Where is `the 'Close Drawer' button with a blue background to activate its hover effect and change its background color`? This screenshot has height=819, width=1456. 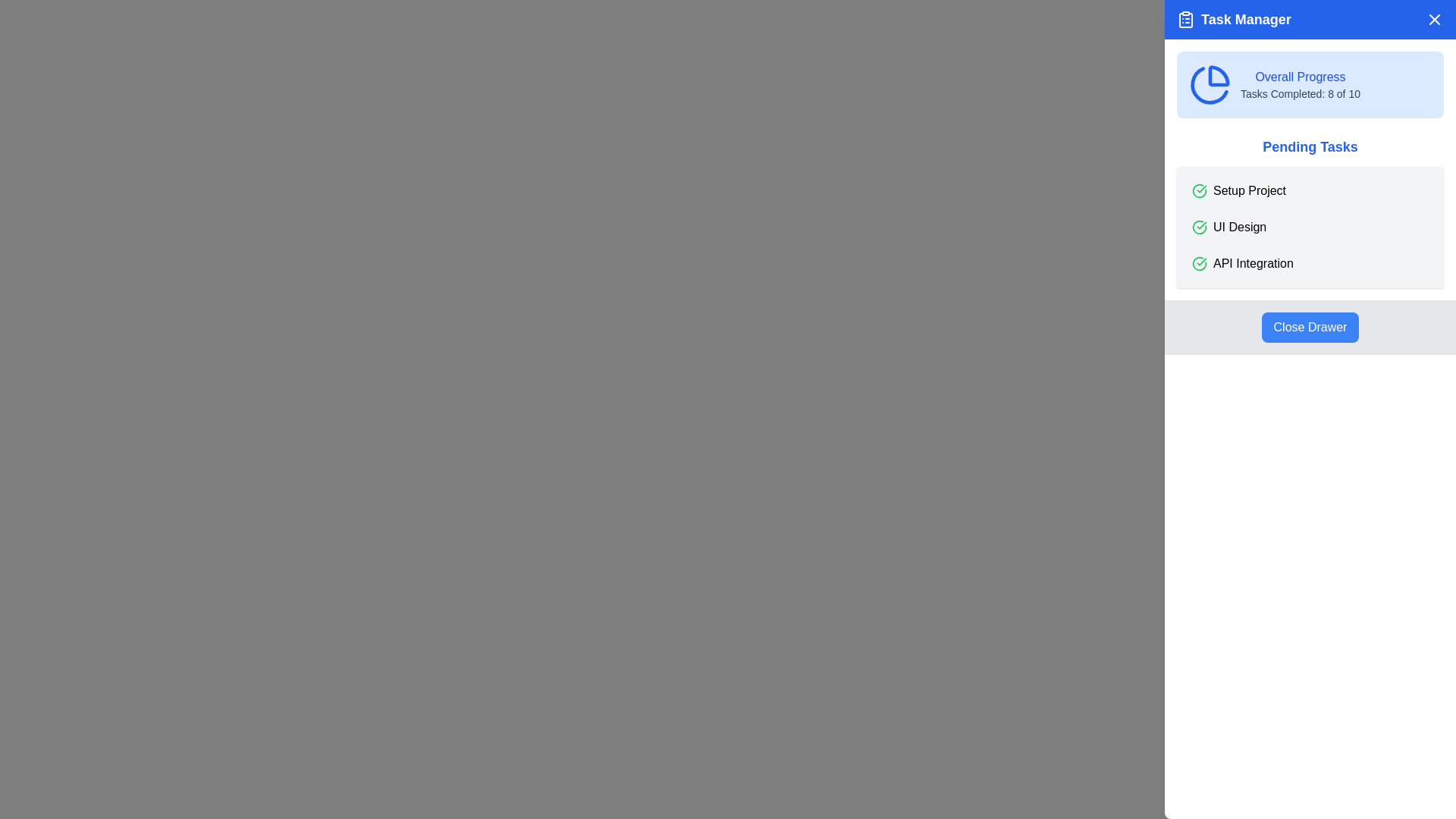 the 'Close Drawer' button with a blue background to activate its hover effect and change its background color is located at coordinates (1310, 327).